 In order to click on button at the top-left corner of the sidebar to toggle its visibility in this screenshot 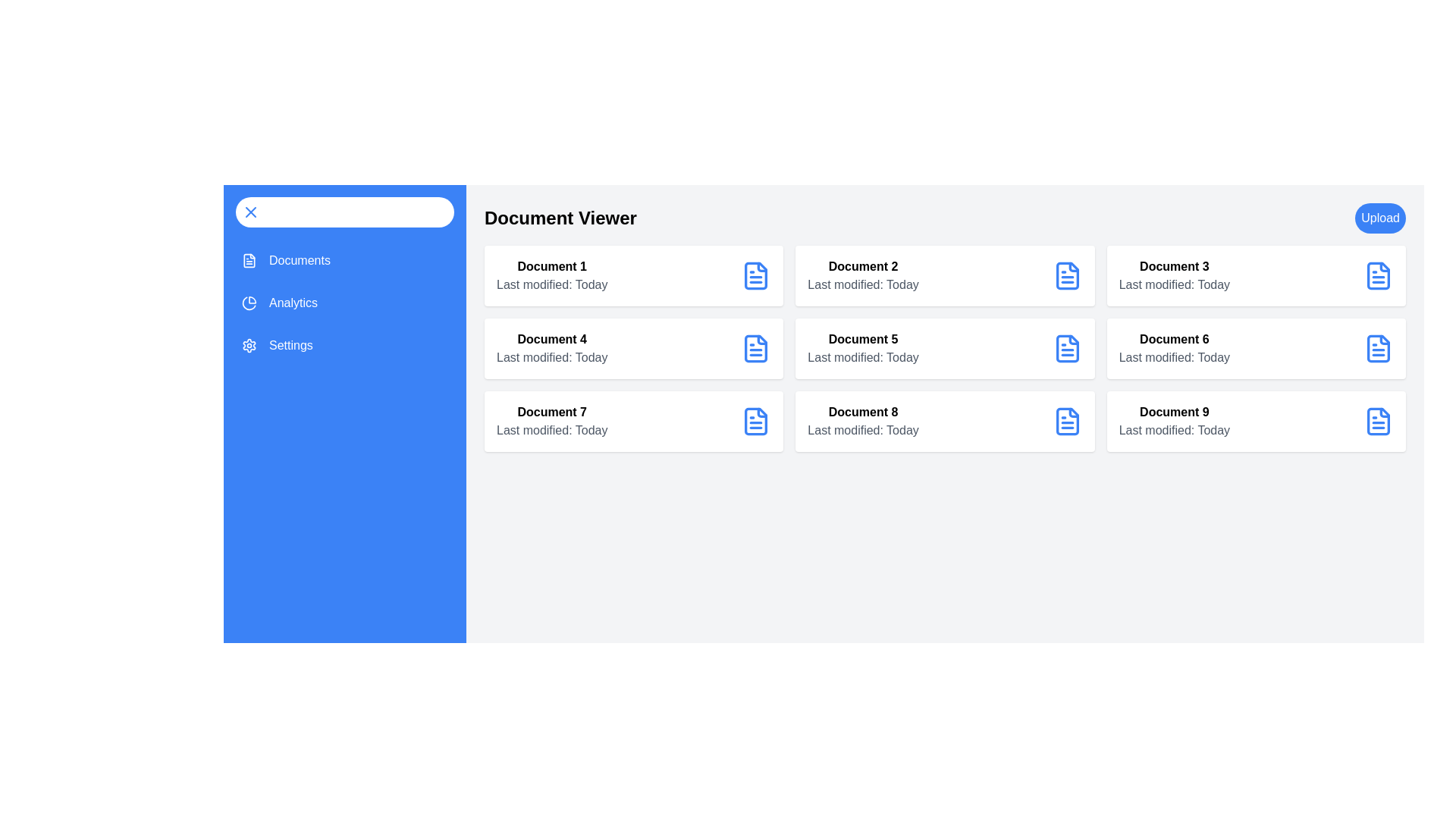, I will do `click(235, 212)`.